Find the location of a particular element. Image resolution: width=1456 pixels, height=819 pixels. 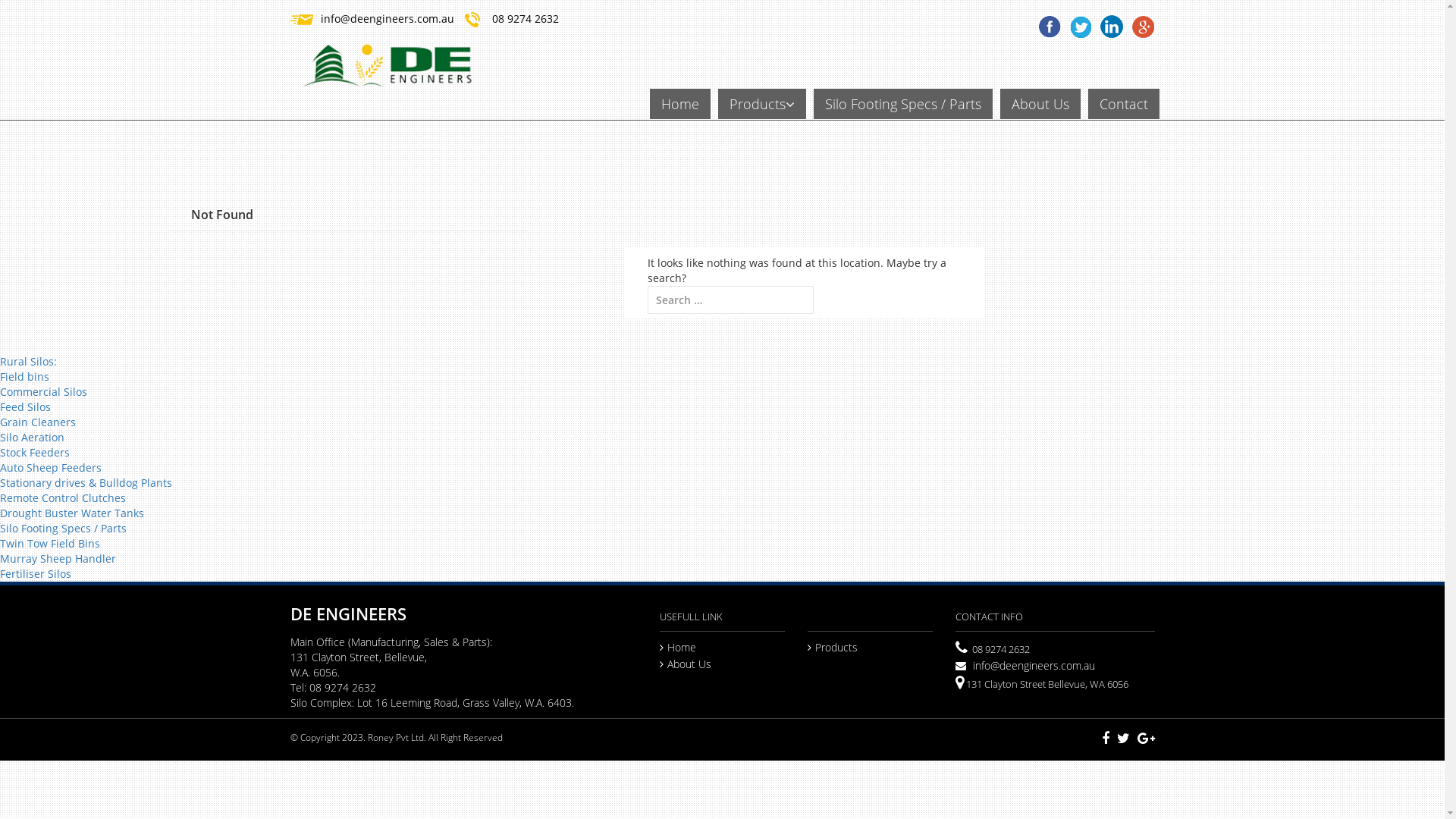

'Rural Silos:' is located at coordinates (28, 361).